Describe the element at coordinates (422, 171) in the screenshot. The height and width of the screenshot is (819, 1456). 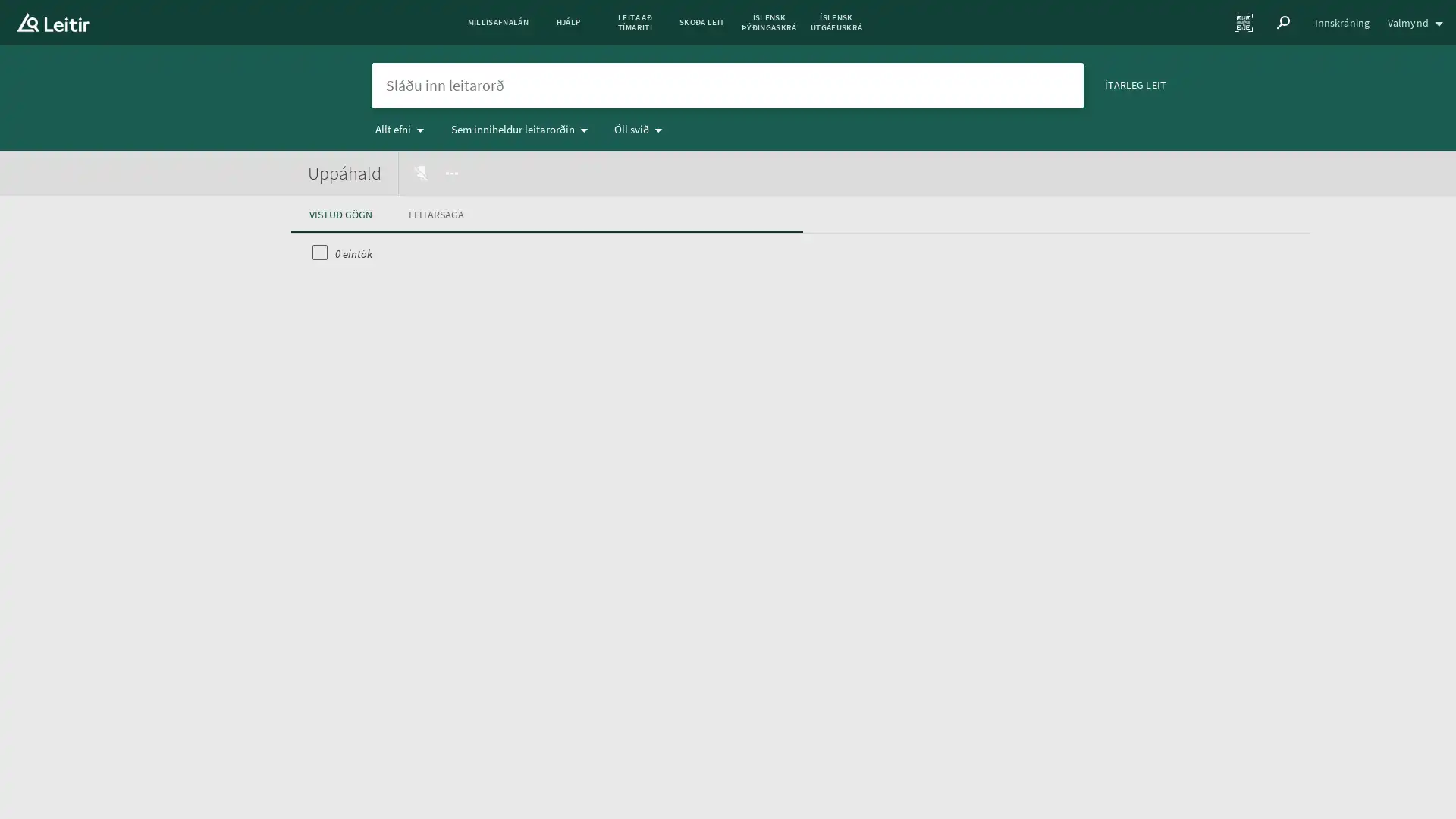
I see `Losa valin eintok  slokkt a Veldu eintok her a nean til a virkja styringar` at that location.